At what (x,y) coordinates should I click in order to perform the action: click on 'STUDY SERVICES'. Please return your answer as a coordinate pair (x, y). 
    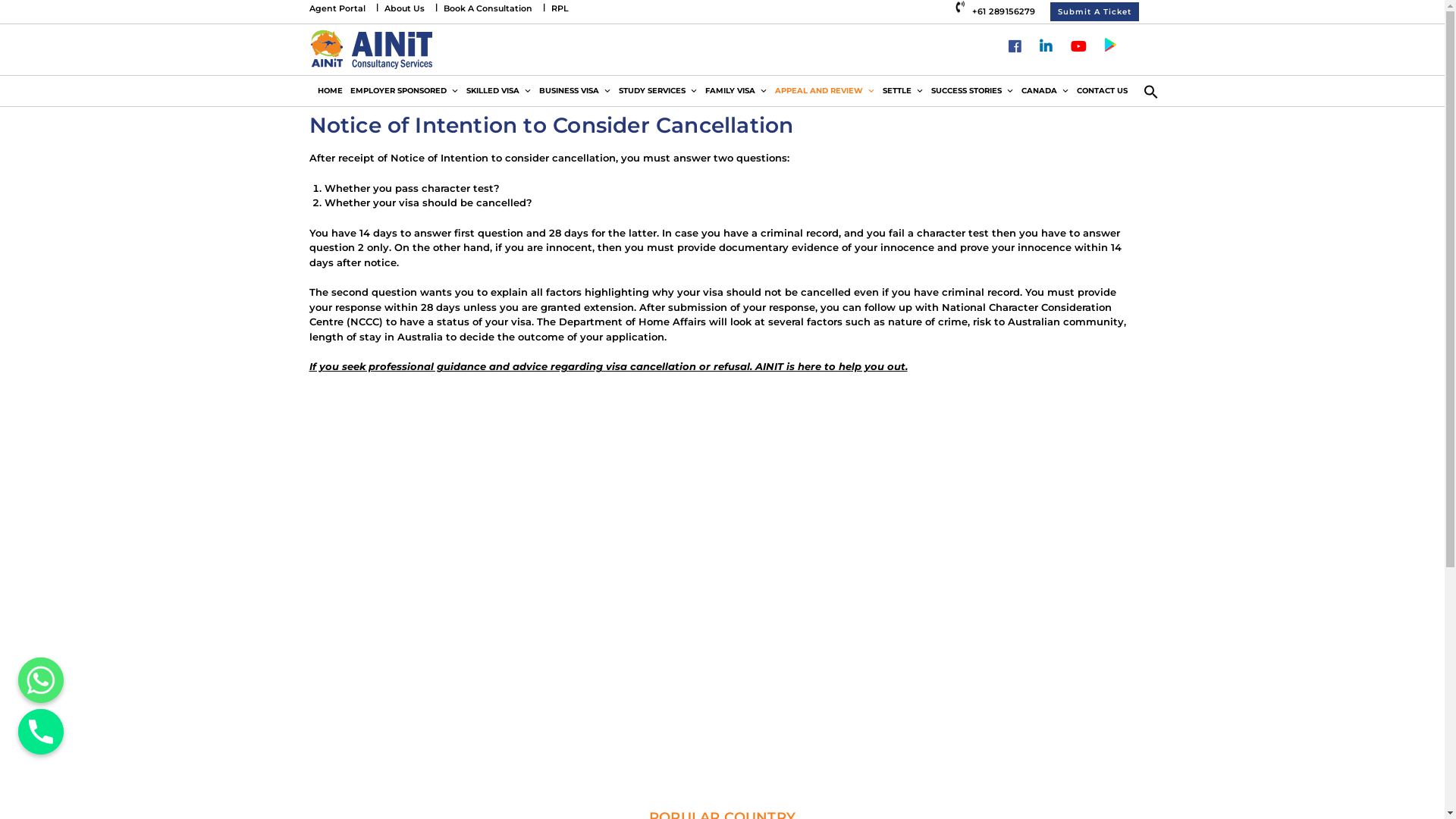
    Looking at the image, I should click on (657, 90).